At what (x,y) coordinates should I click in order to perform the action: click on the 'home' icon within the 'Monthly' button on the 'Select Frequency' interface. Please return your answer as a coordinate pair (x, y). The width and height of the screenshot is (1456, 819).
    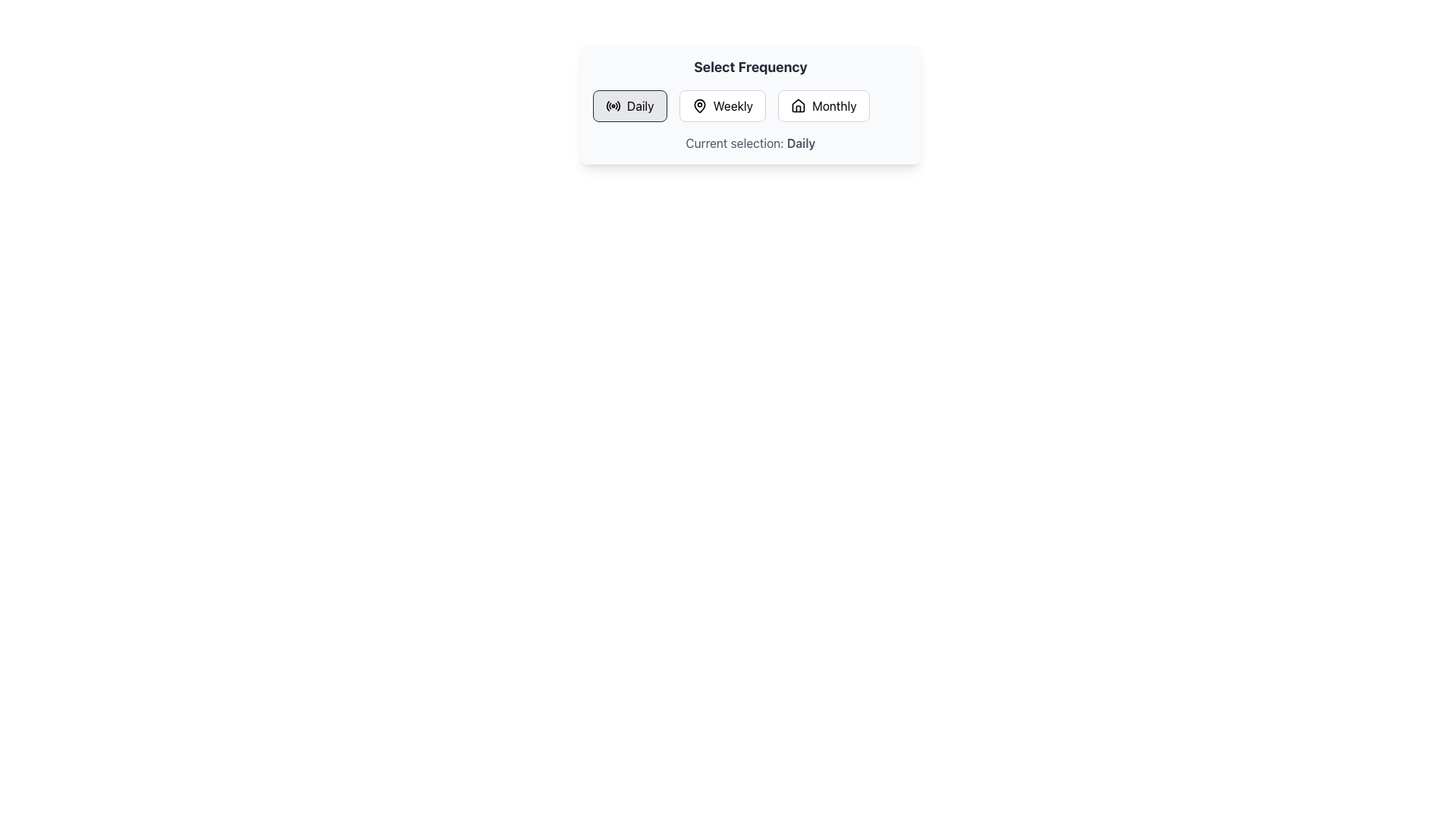
    Looking at the image, I should click on (798, 105).